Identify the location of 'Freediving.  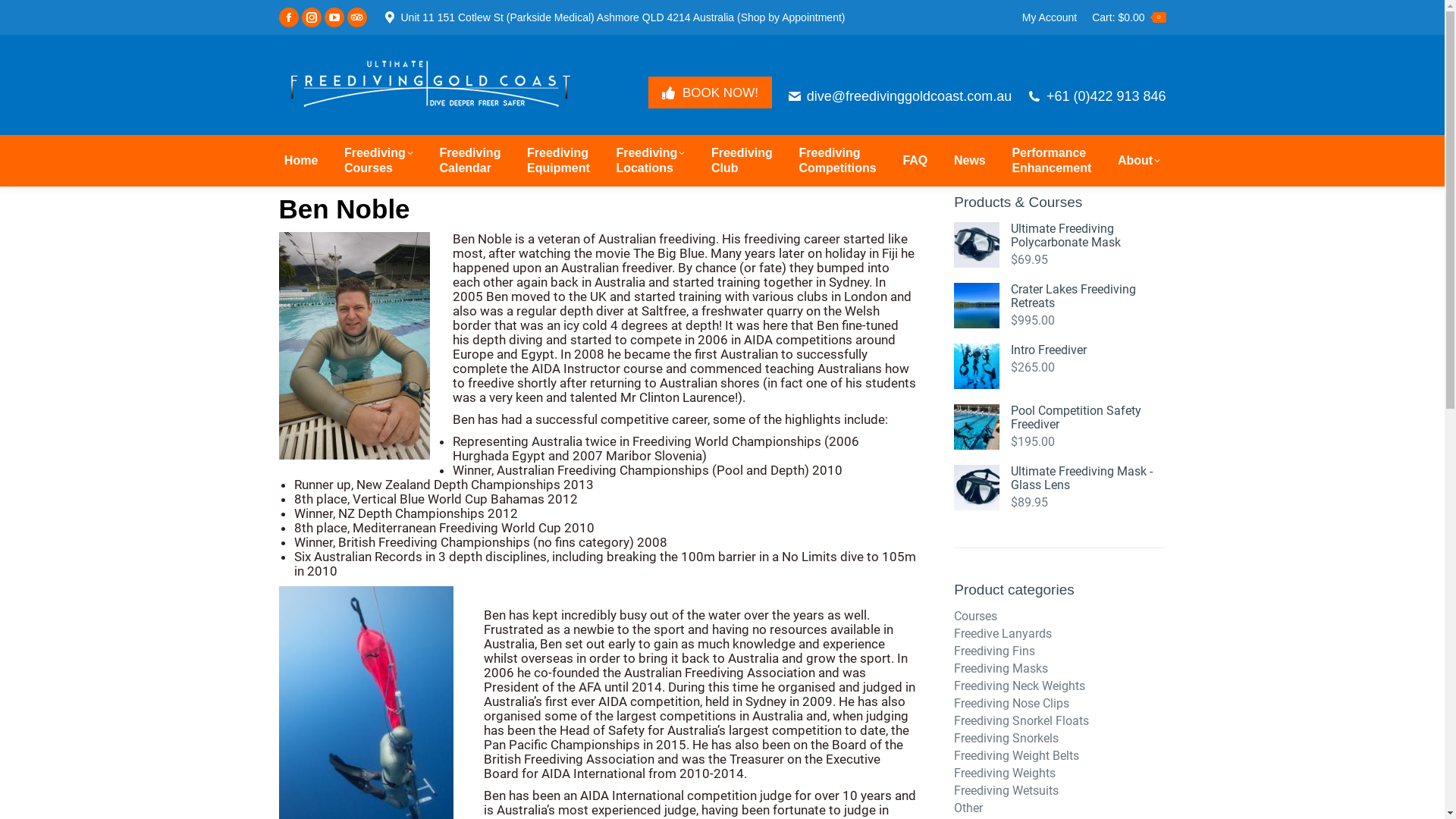
(557, 161).